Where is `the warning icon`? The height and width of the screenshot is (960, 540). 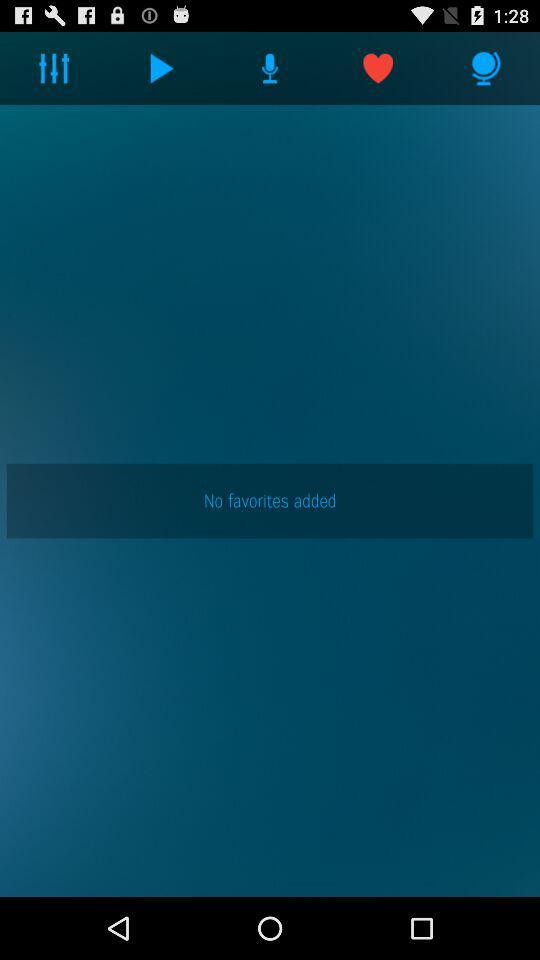
the warning icon is located at coordinates (270, 72).